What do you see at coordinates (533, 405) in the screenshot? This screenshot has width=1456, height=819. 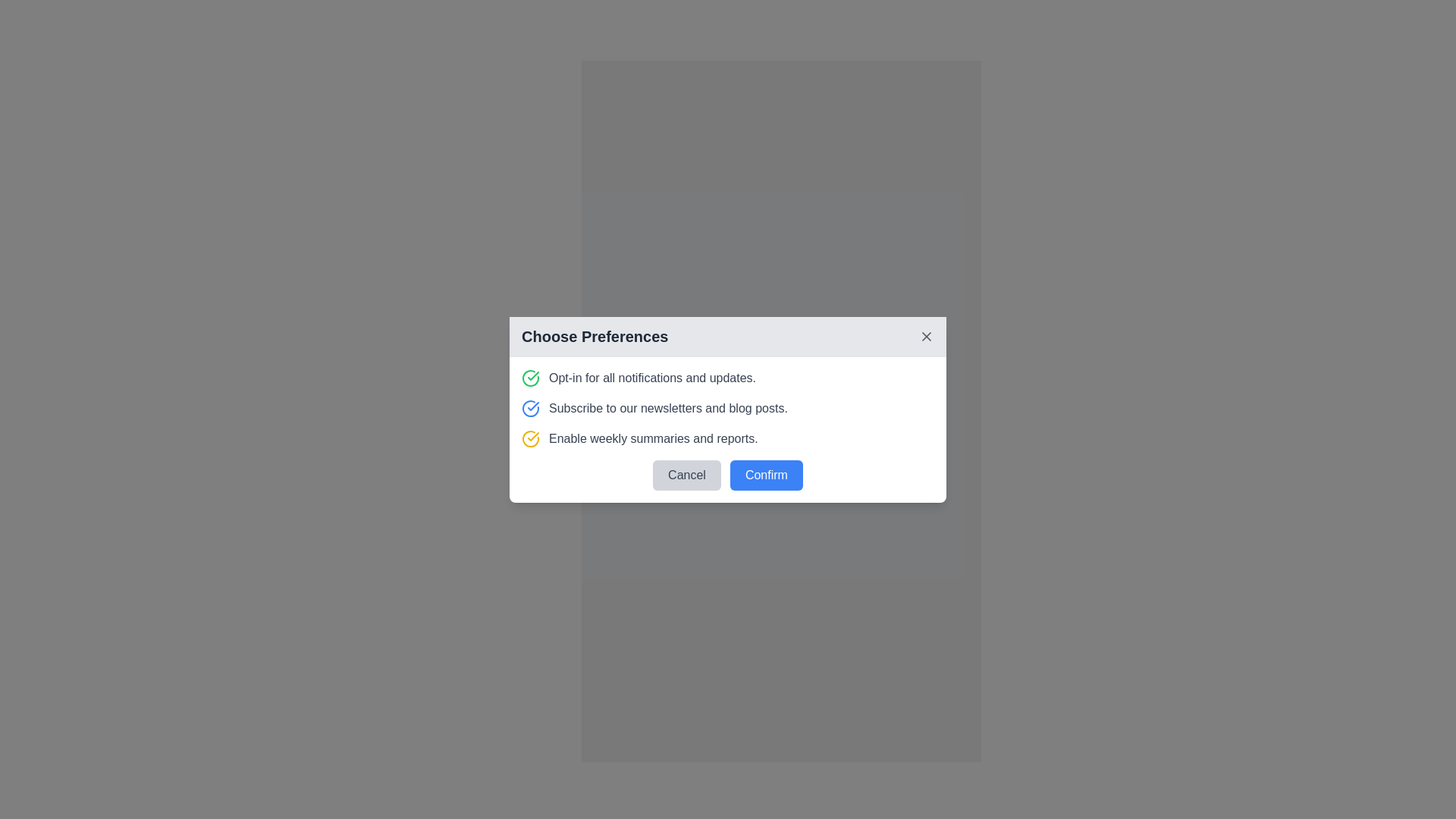 I see `the checkmark icon within the 'Choose Preferences' modal dialog, which represents the state of the associated checkbox for 'Opt-in for all notifications` at bounding box center [533, 405].